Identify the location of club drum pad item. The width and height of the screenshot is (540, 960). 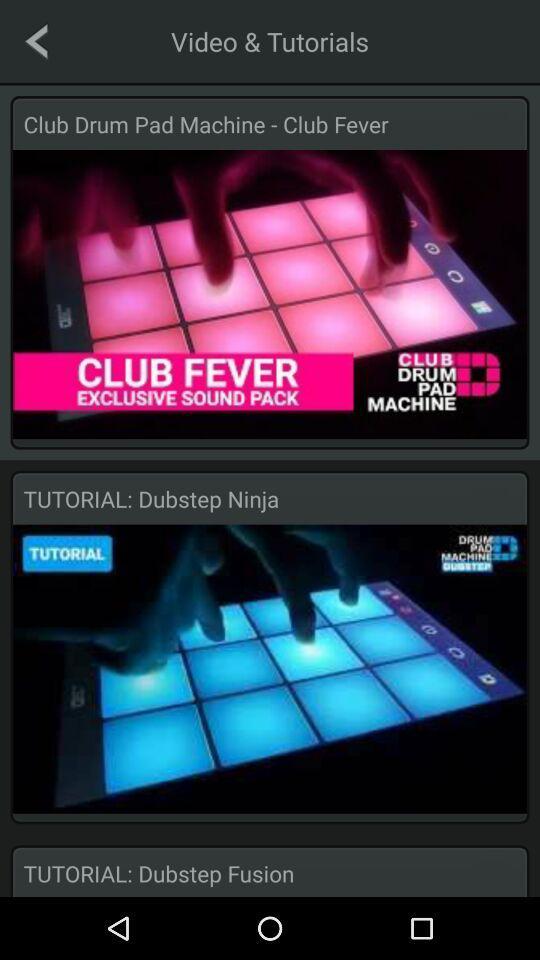
(270, 123).